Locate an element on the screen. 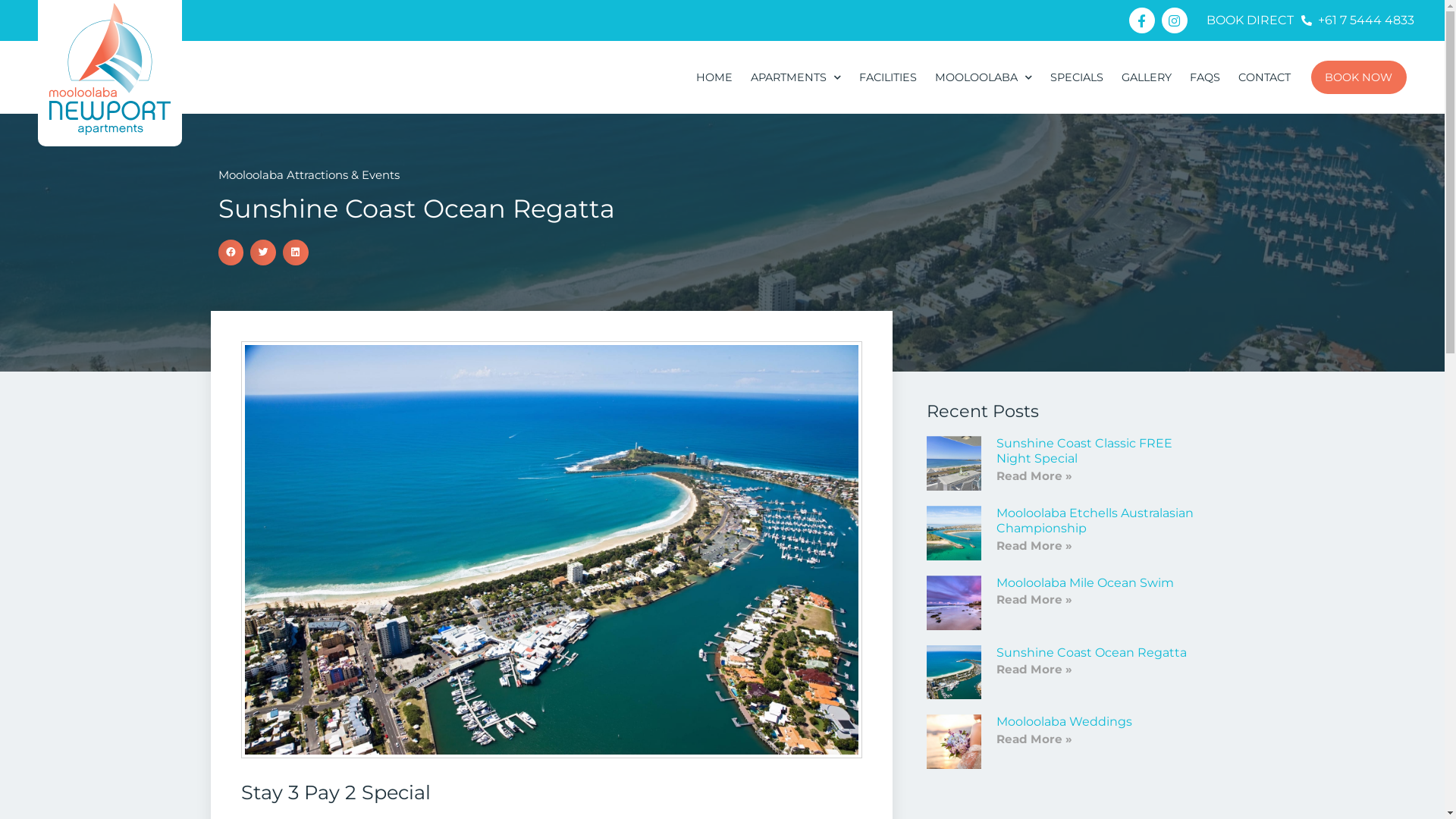  'Mooloolaba Mile Ocean Swim' is located at coordinates (1084, 582).